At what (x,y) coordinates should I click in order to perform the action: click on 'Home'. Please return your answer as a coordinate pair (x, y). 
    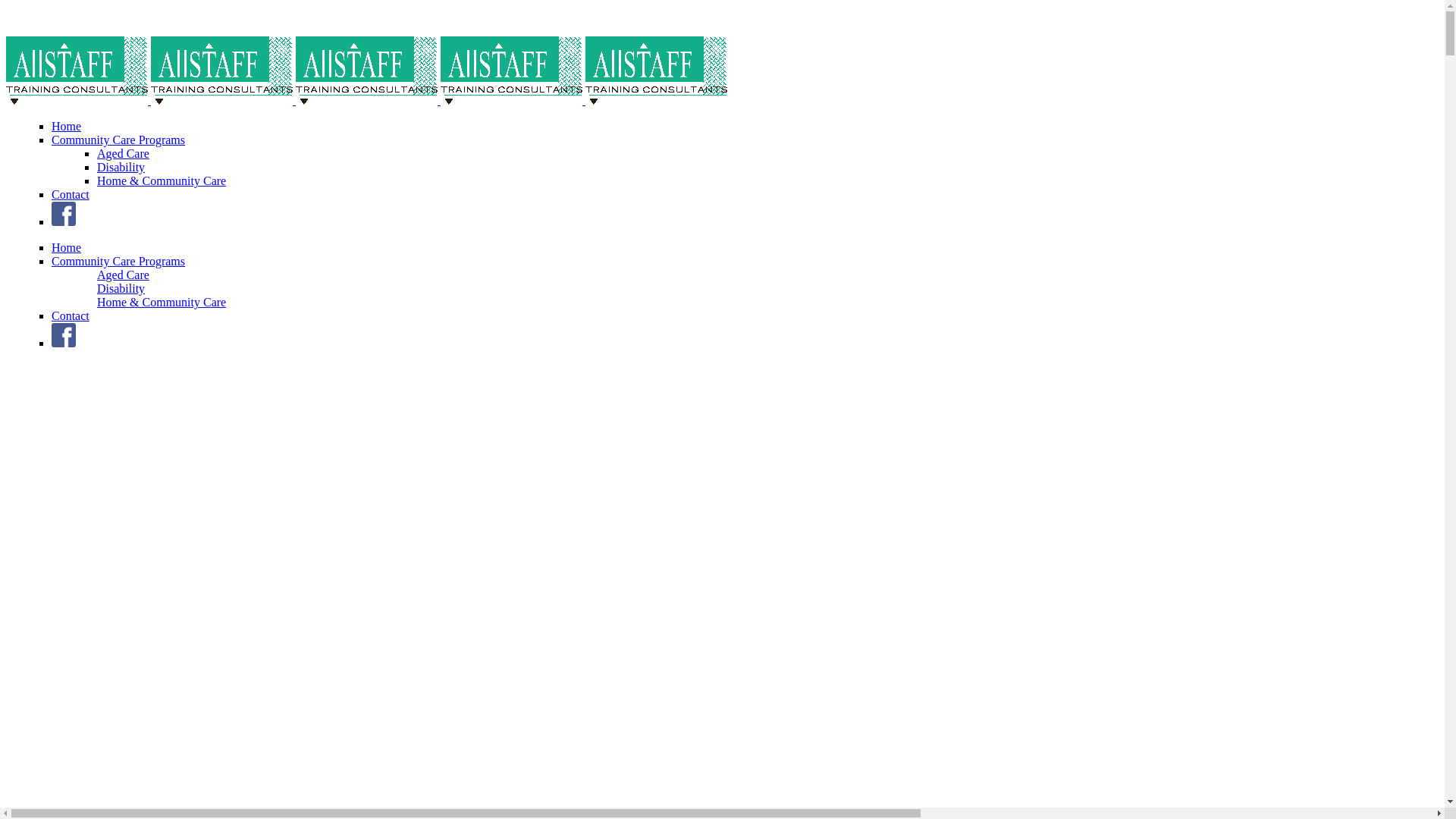
    Looking at the image, I should click on (51, 125).